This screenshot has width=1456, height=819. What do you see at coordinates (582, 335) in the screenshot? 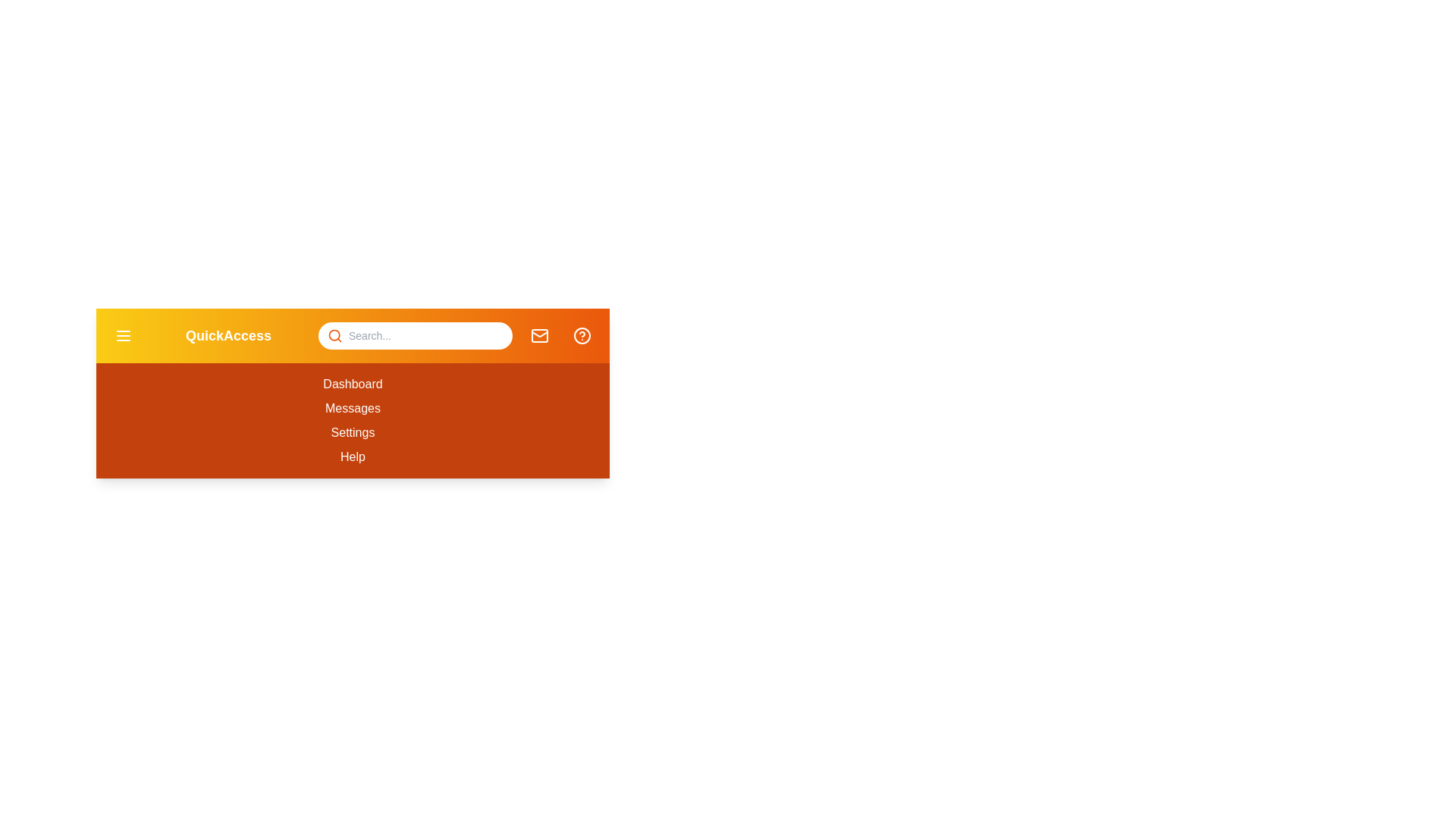
I see `the circular icon with a question mark on an orange background located in the top-right corner of the menu bar` at bounding box center [582, 335].